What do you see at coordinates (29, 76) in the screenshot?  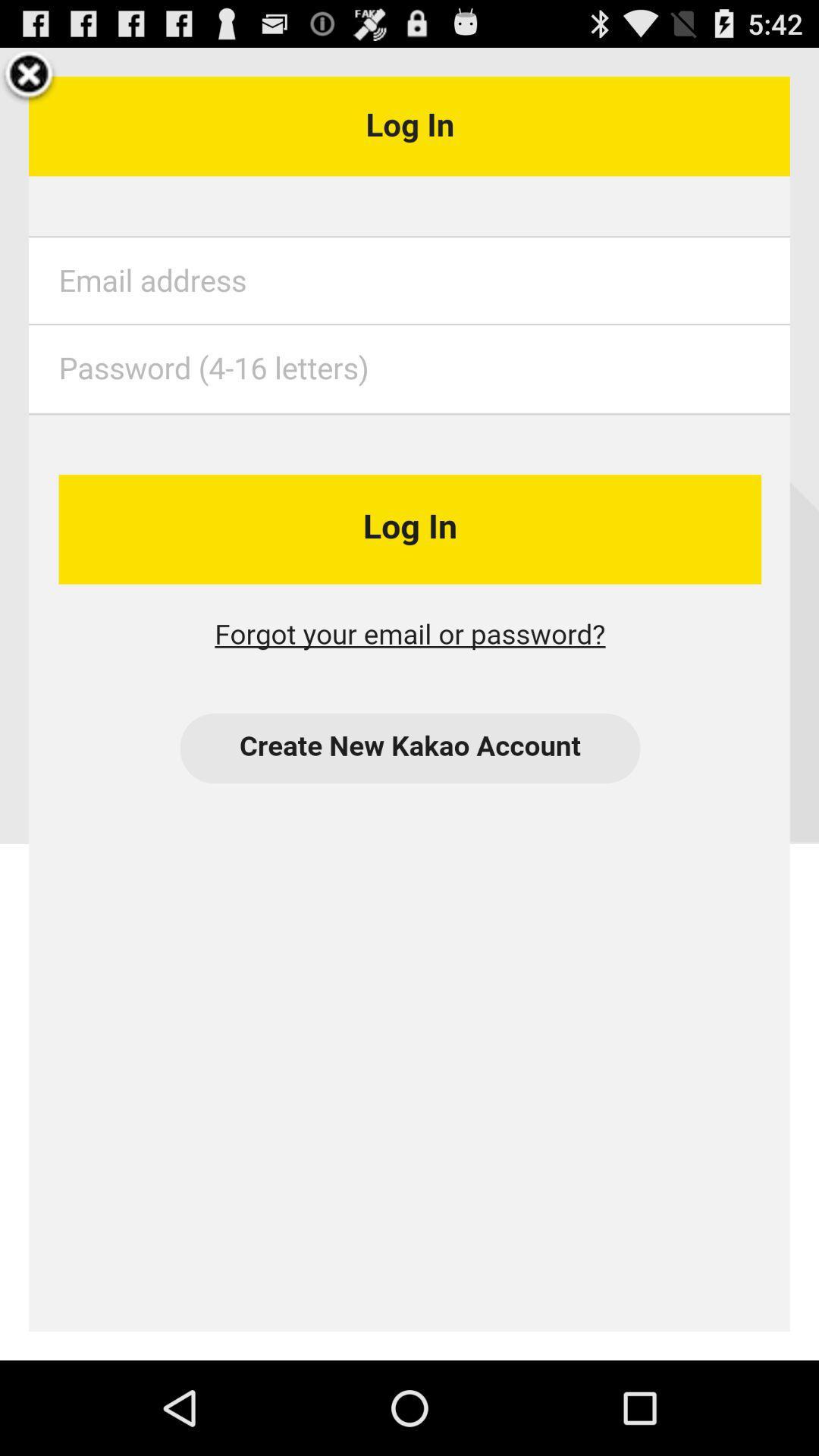 I see `cancel login` at bounding box center [29, 76].